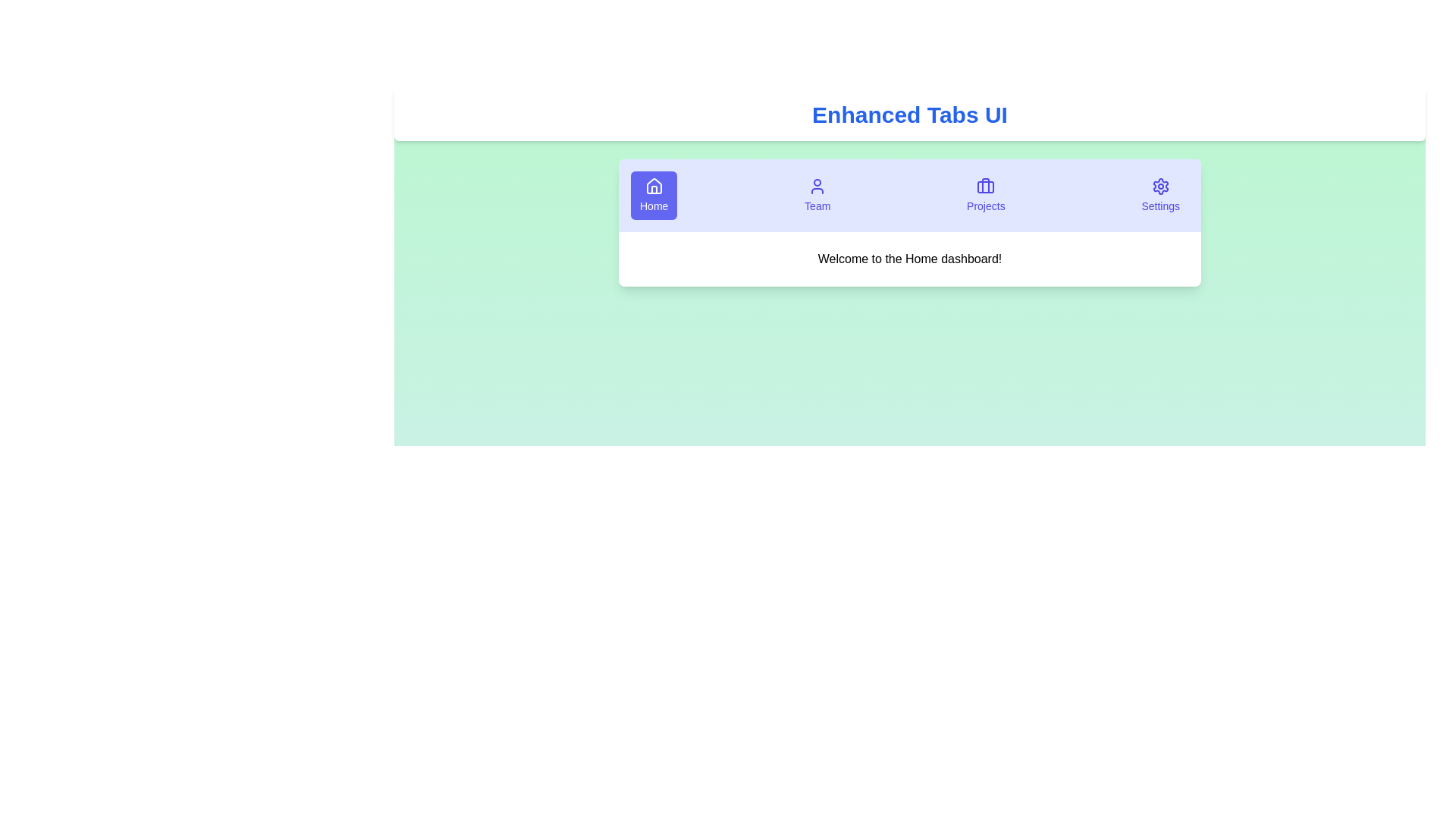 Image resolution: width=1456 pixels, height=819 pixels. Describe the element at coordinates (817, 195) in the screenshot. I see `the 'Team' button located at the center of the horizontal navigation bar` at that location.